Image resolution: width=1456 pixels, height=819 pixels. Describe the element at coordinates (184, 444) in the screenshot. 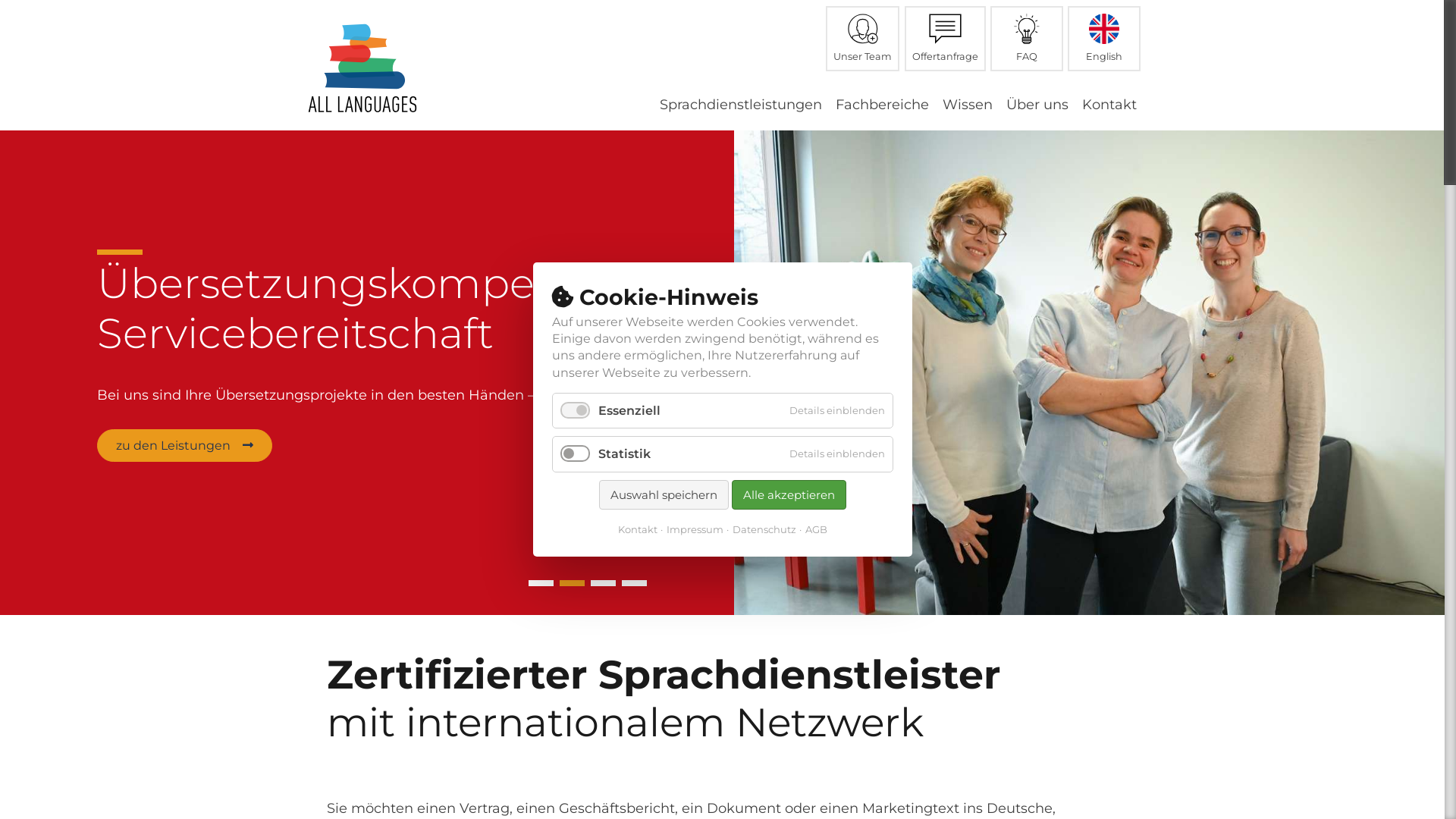

I see `'zu den Leistungen'` at that location.